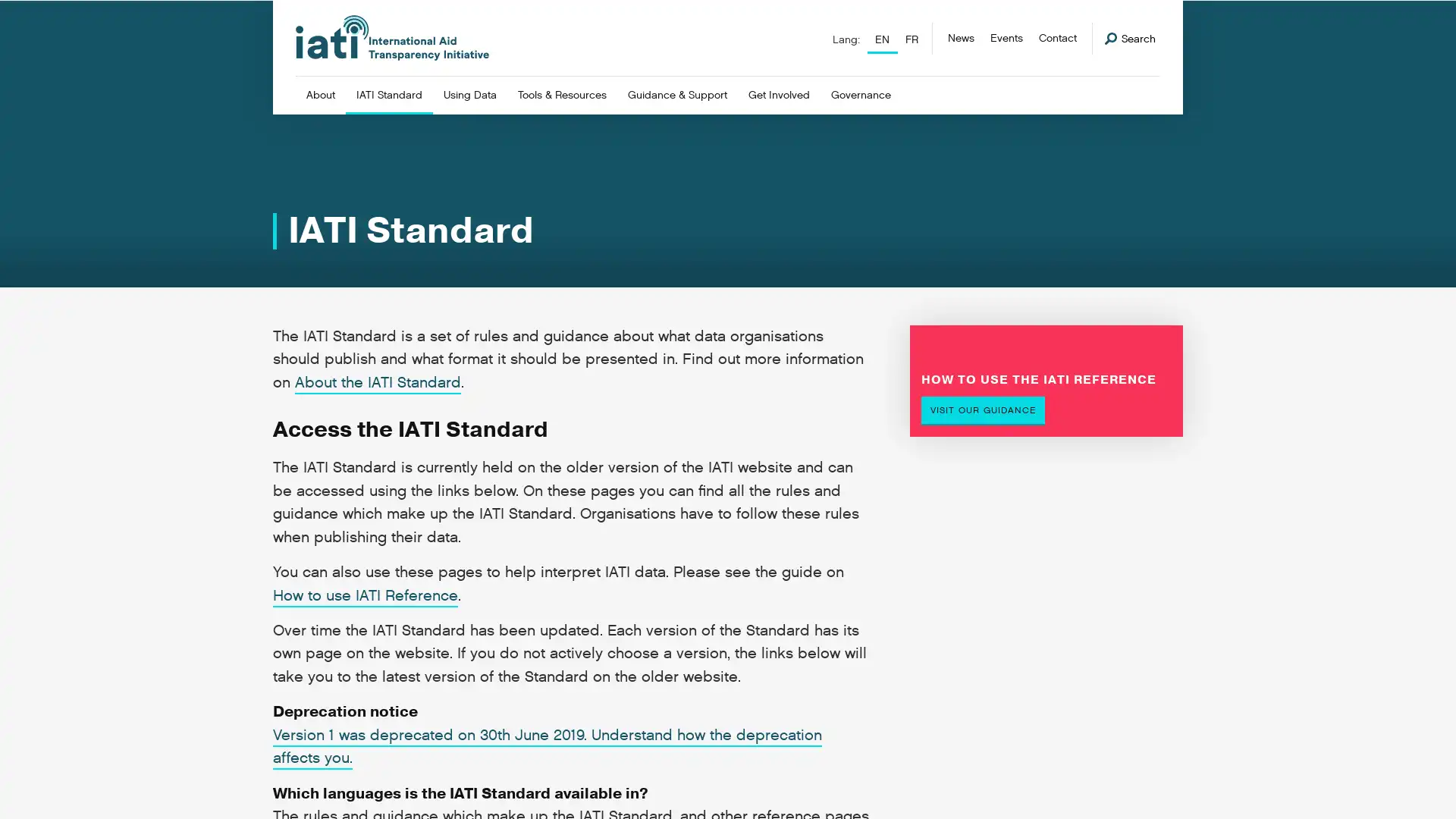 The width and height of the screenshot is (1456, 819). I want to click on Search, so click(1130, 38).